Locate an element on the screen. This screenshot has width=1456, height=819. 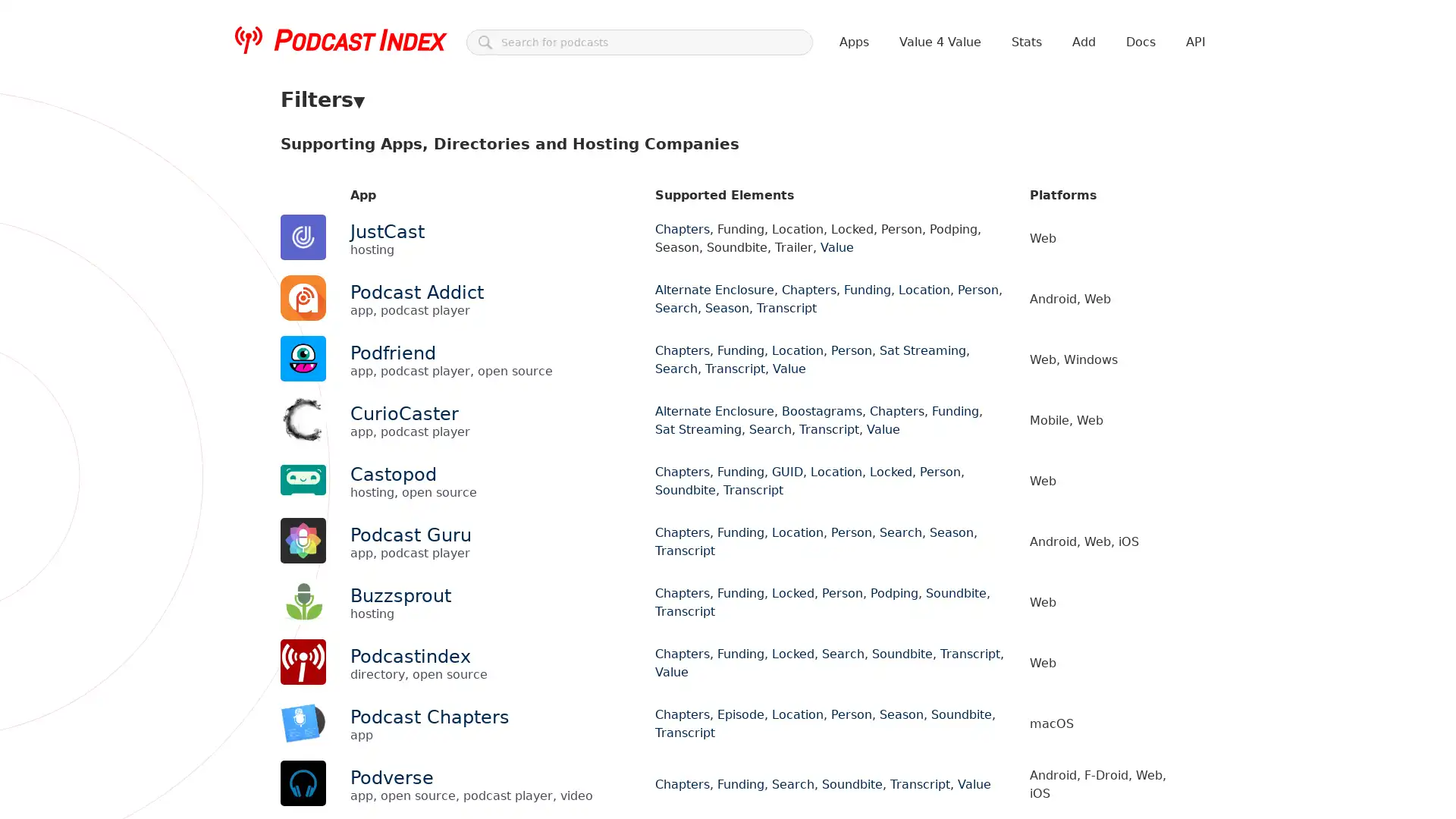
Mobile is located at coordinates (991, 311).